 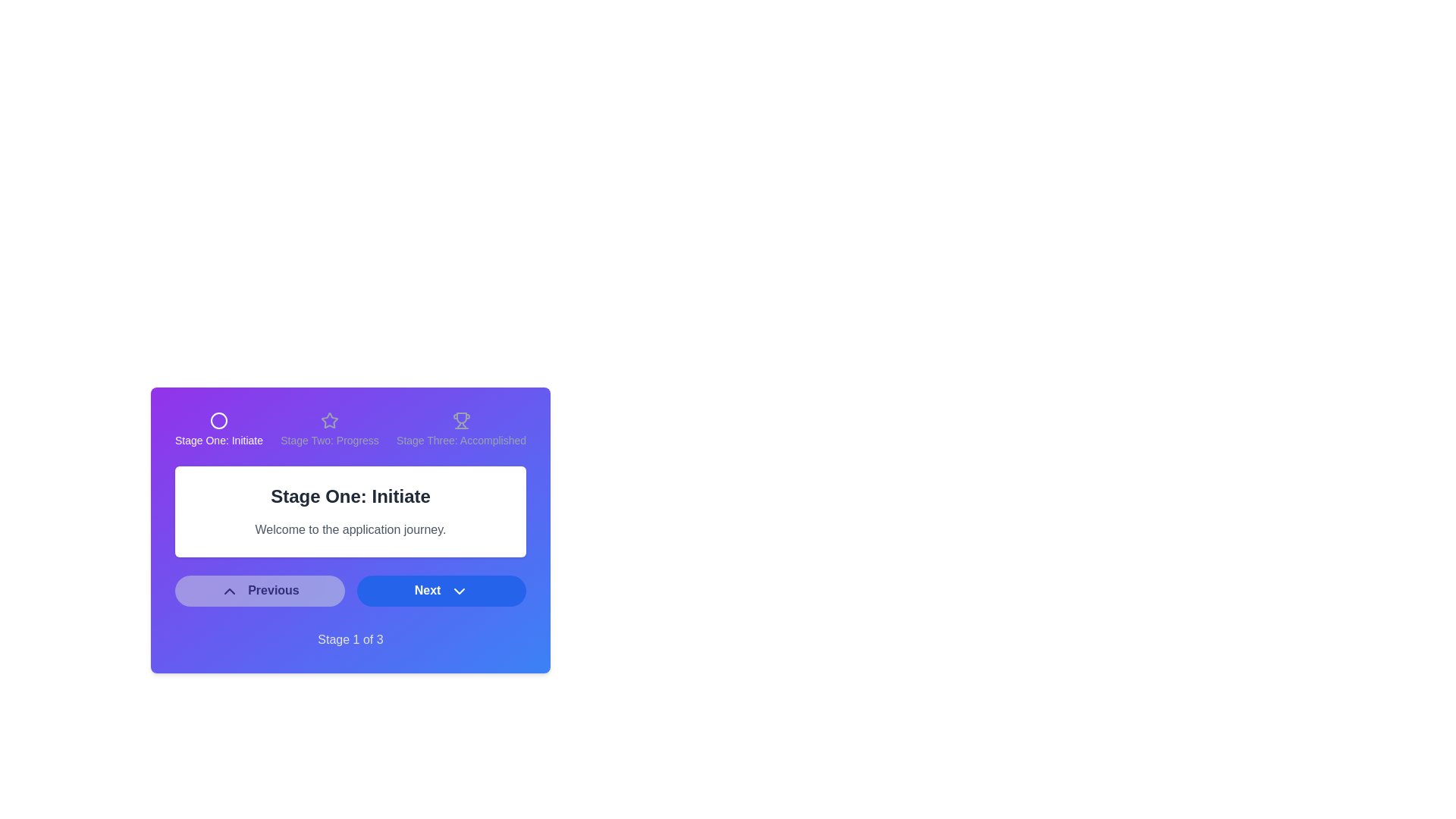 What do you see at coordinates (350, 639) in the screenshot?
I see `the text label displaying 'Stage 1 of 3', which is centrally positioned near the bottom of the section against a blue gradient background` at bounding box center [350, 639].